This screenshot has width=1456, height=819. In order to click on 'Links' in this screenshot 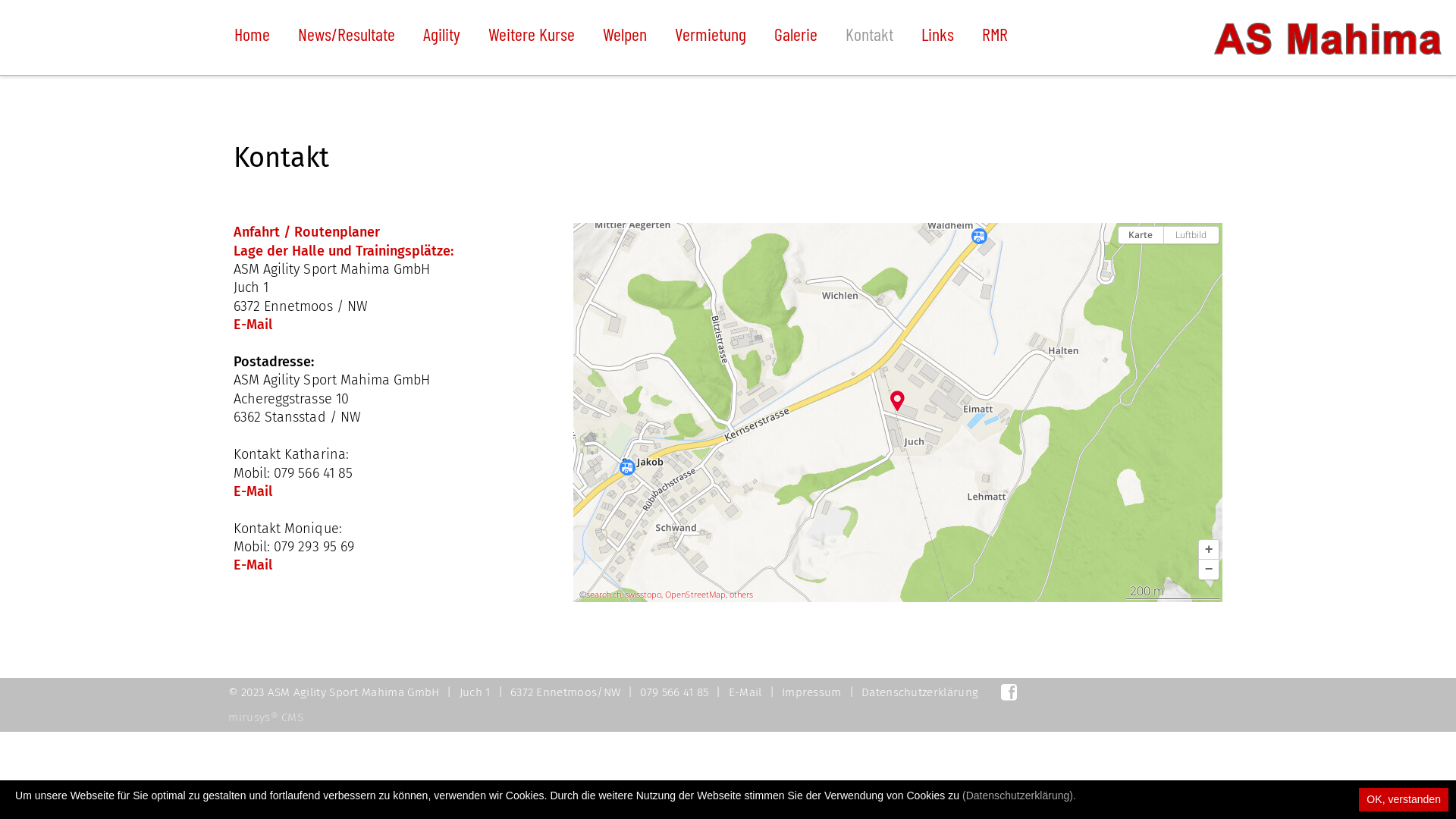, I will do `click(920, 37)`.